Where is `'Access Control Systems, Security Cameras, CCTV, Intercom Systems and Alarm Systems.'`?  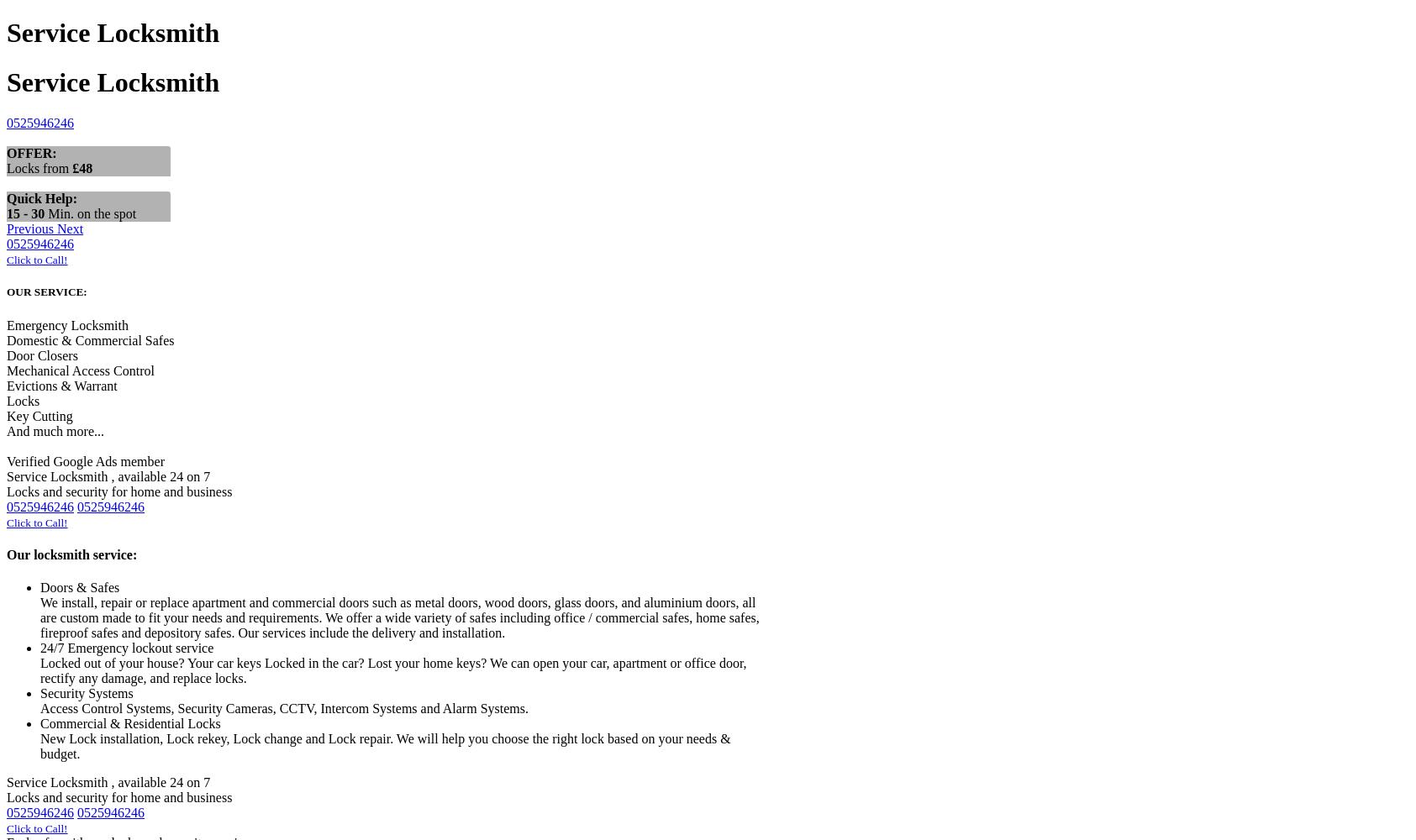
'Access Control Systems, Security Cameras, CCTV, Intercom Systems and Alarm Systems.' is located at coordinates (283, 707).